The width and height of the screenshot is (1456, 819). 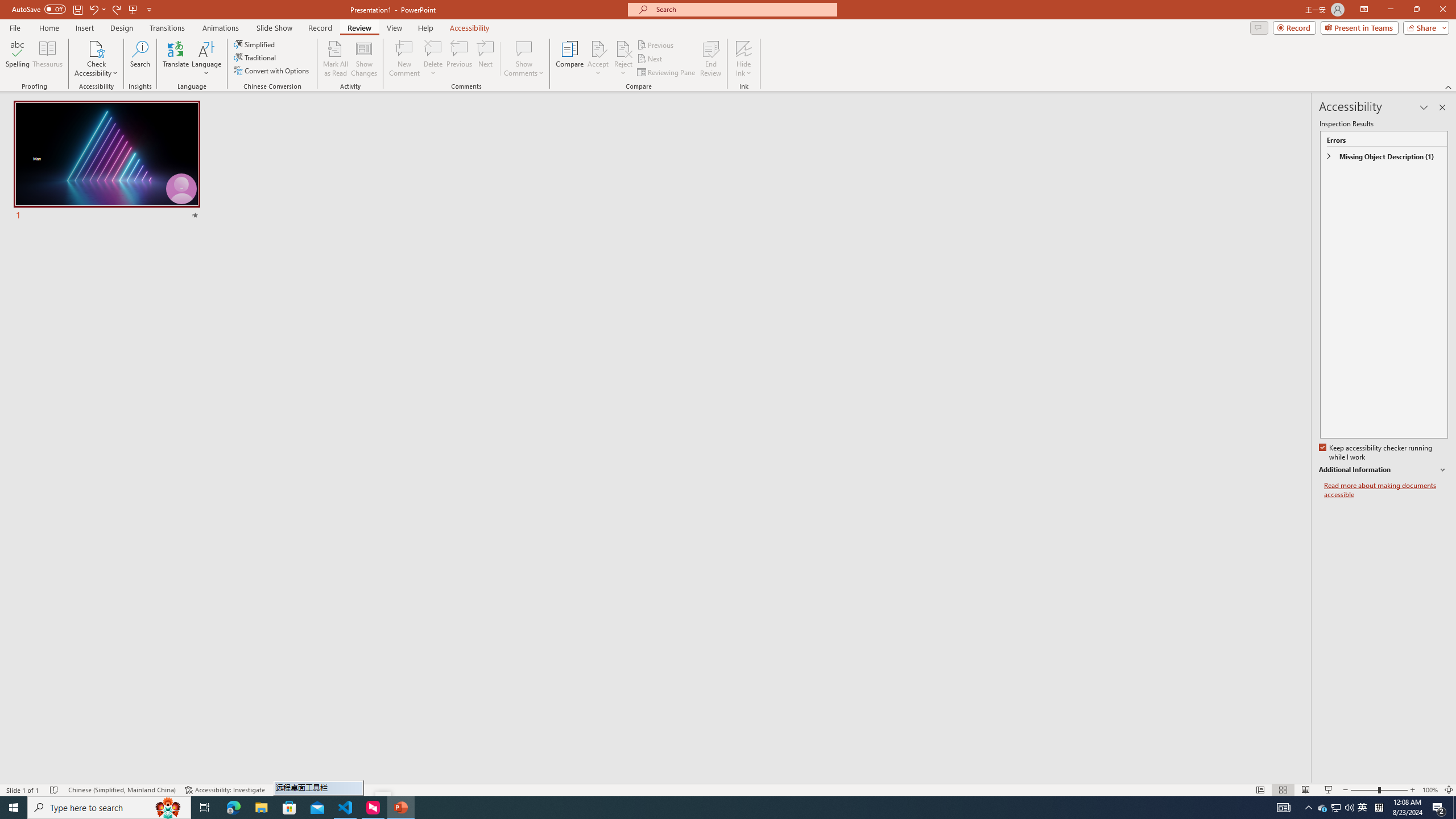 I want to click on 'New Comment', so click(x=403, y=59).